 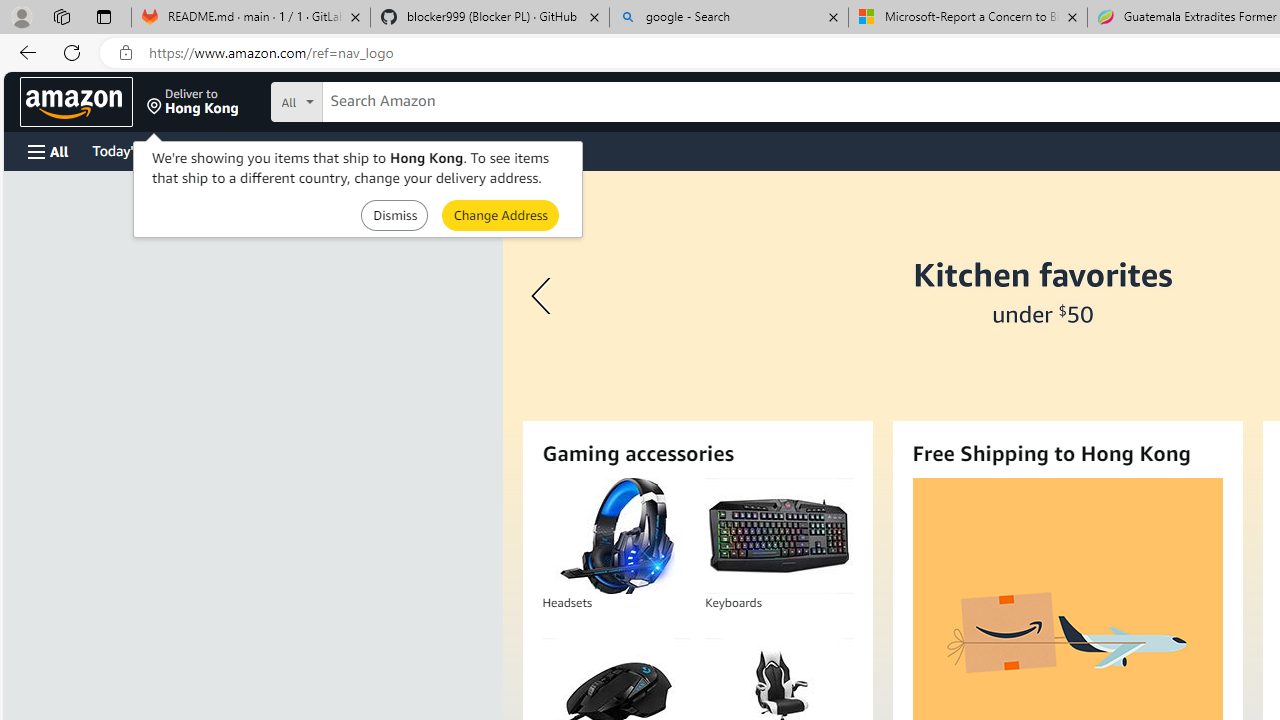 I want to click on 'Search in', so click(x=371, y=99).